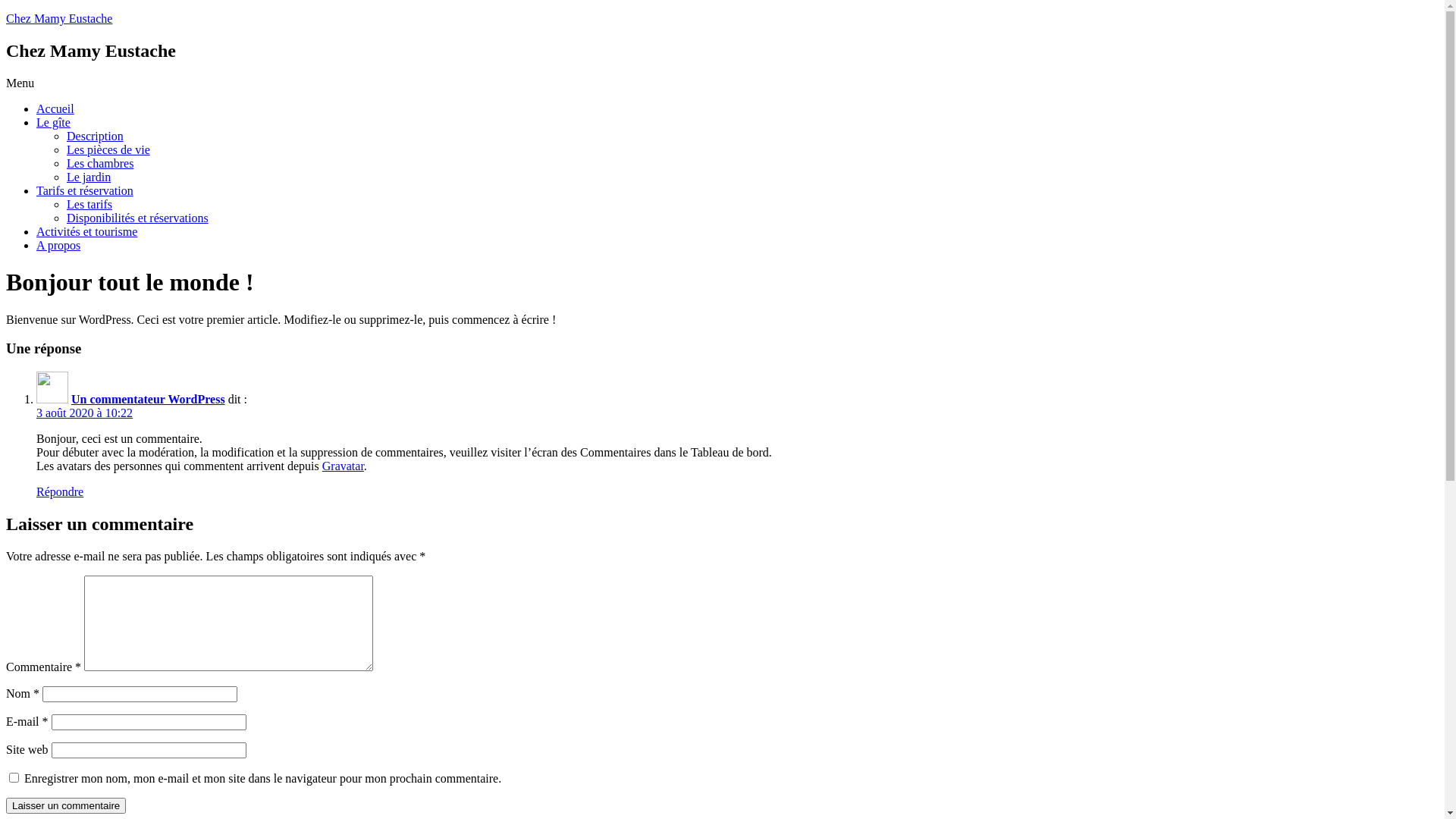 The height and width of the screenshot is (819, 1456). What do you see at coordinates (55, 108) in the screenshot?
I see `'Accueil'` at bounding box center [55, 108].